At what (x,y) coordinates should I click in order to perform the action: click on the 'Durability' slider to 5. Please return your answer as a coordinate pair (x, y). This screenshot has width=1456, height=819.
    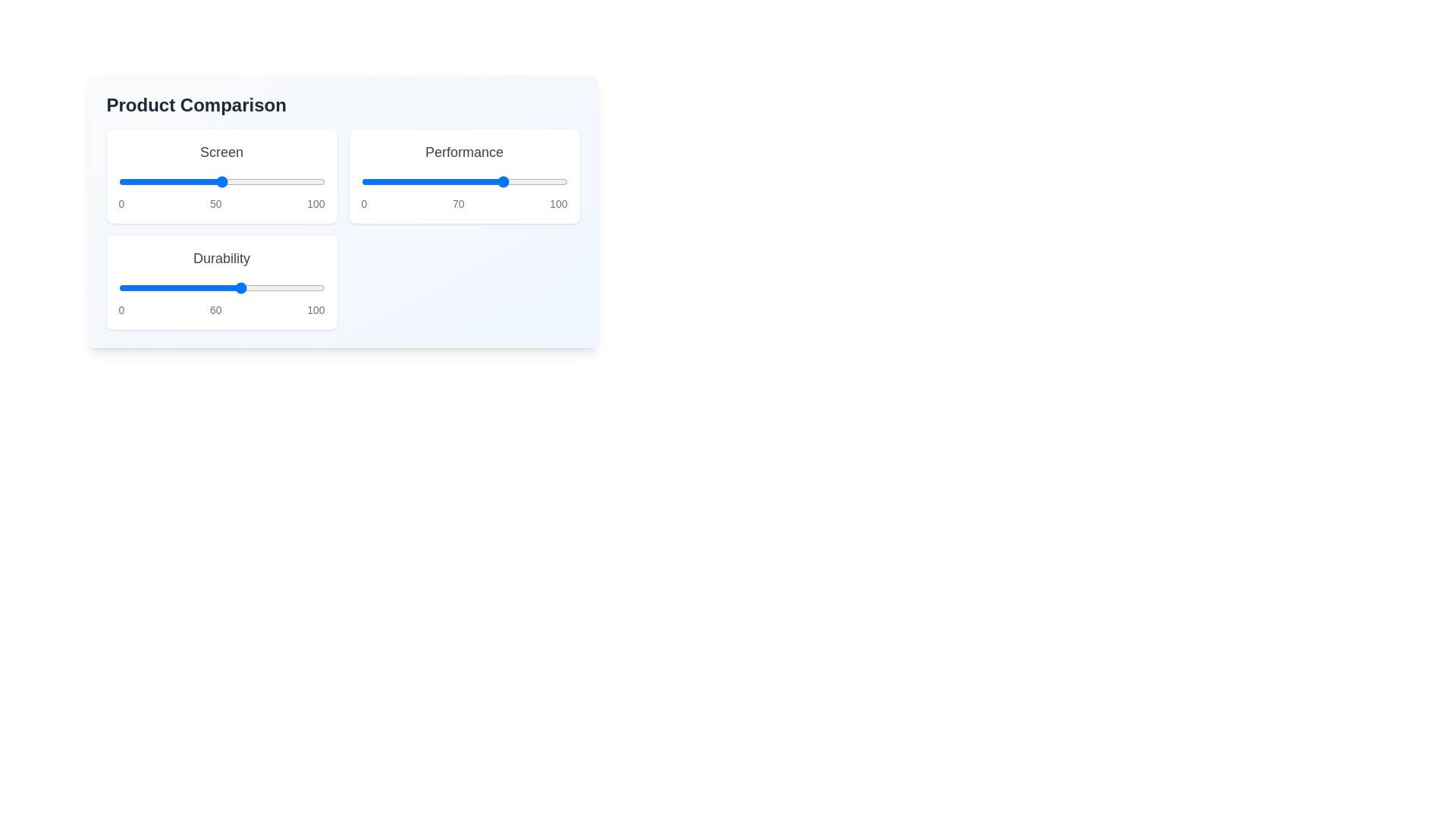
    Looking at the image, I should click on (129, 288).